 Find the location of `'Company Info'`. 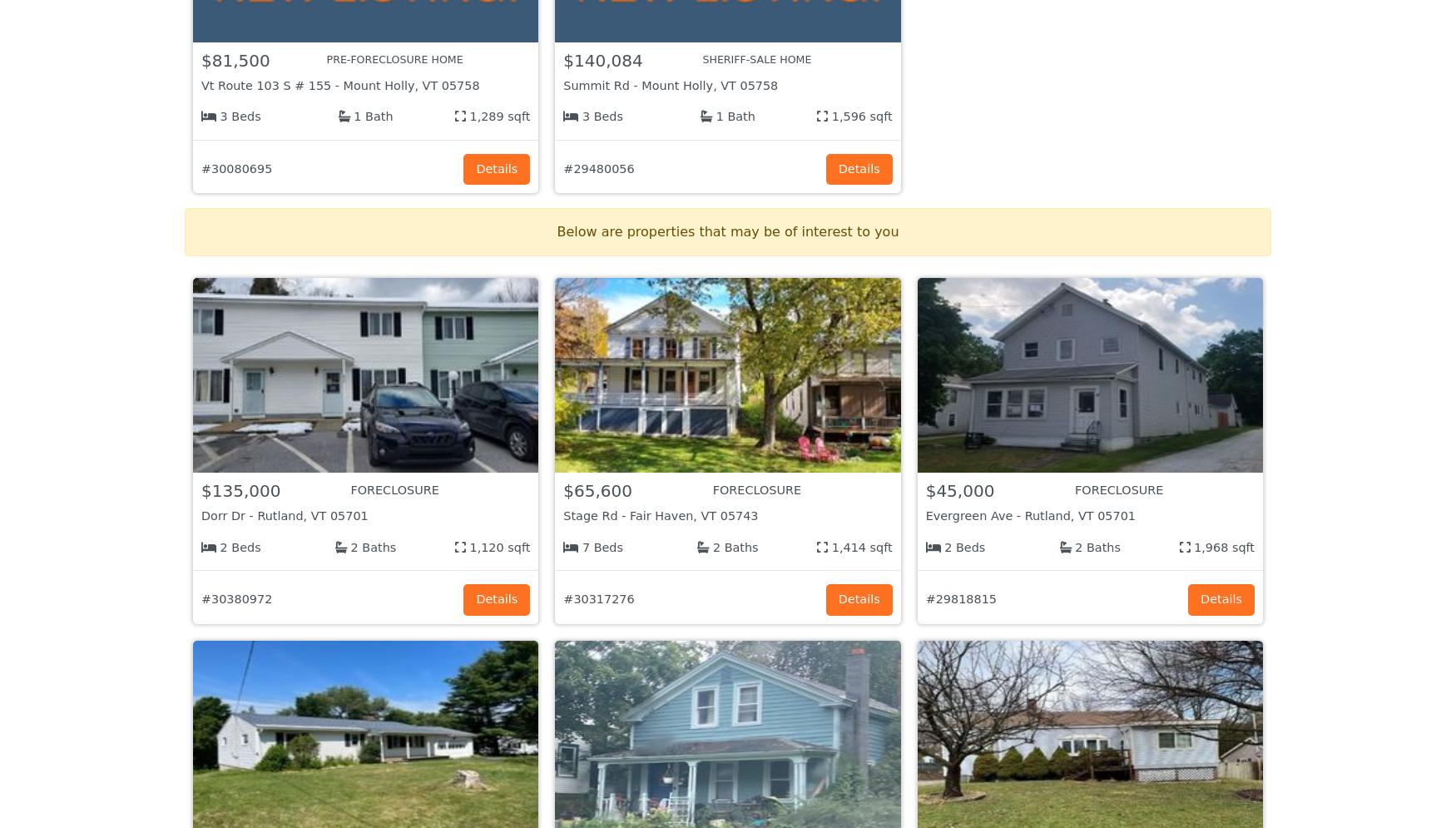

'Company Info' is located at coordinates (635, 618).